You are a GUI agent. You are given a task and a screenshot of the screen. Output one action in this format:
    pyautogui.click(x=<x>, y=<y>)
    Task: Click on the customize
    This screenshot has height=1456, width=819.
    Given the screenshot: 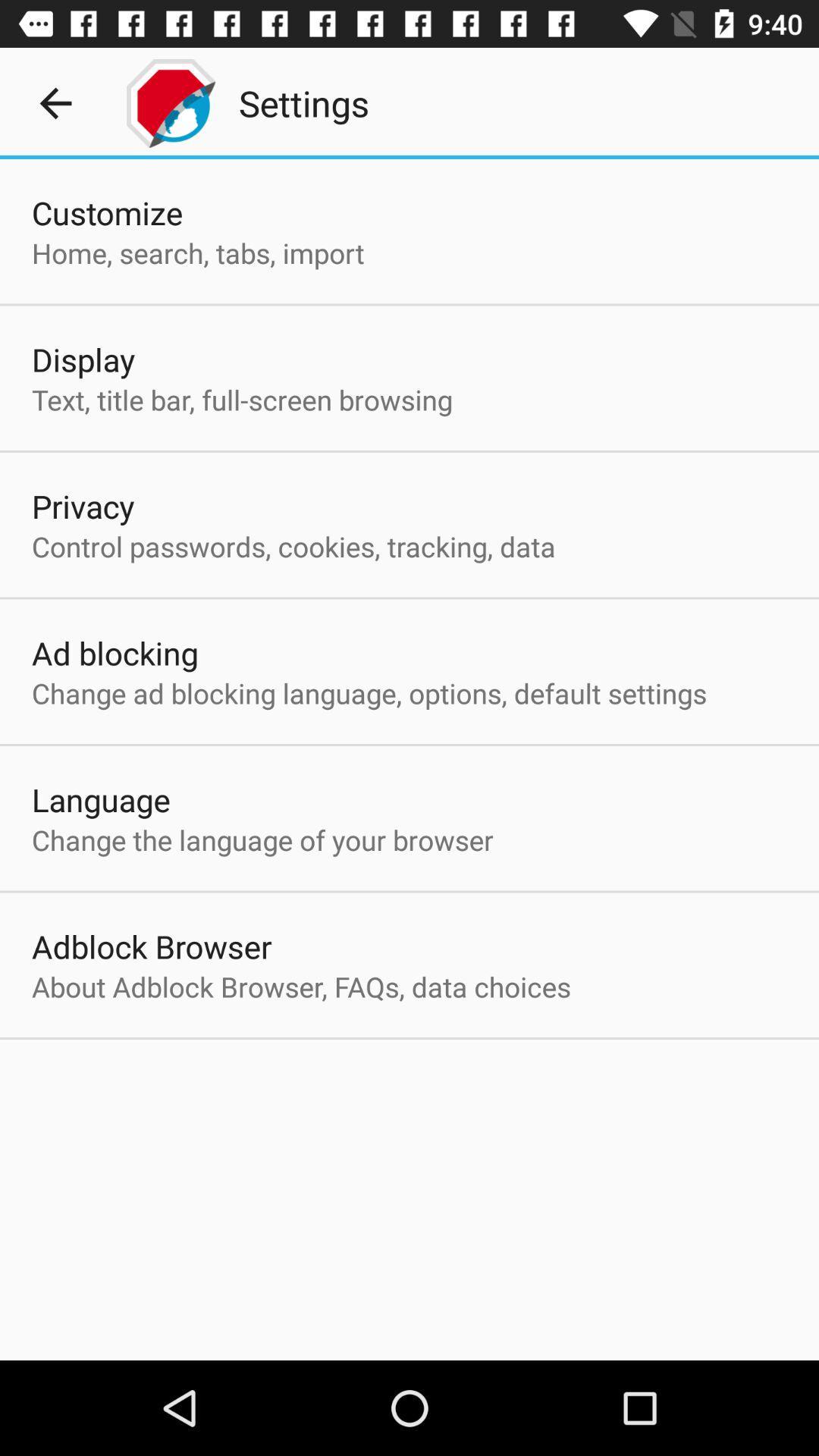 What is the action you would take?
    pyautogui.click(x=106, y=212)
    